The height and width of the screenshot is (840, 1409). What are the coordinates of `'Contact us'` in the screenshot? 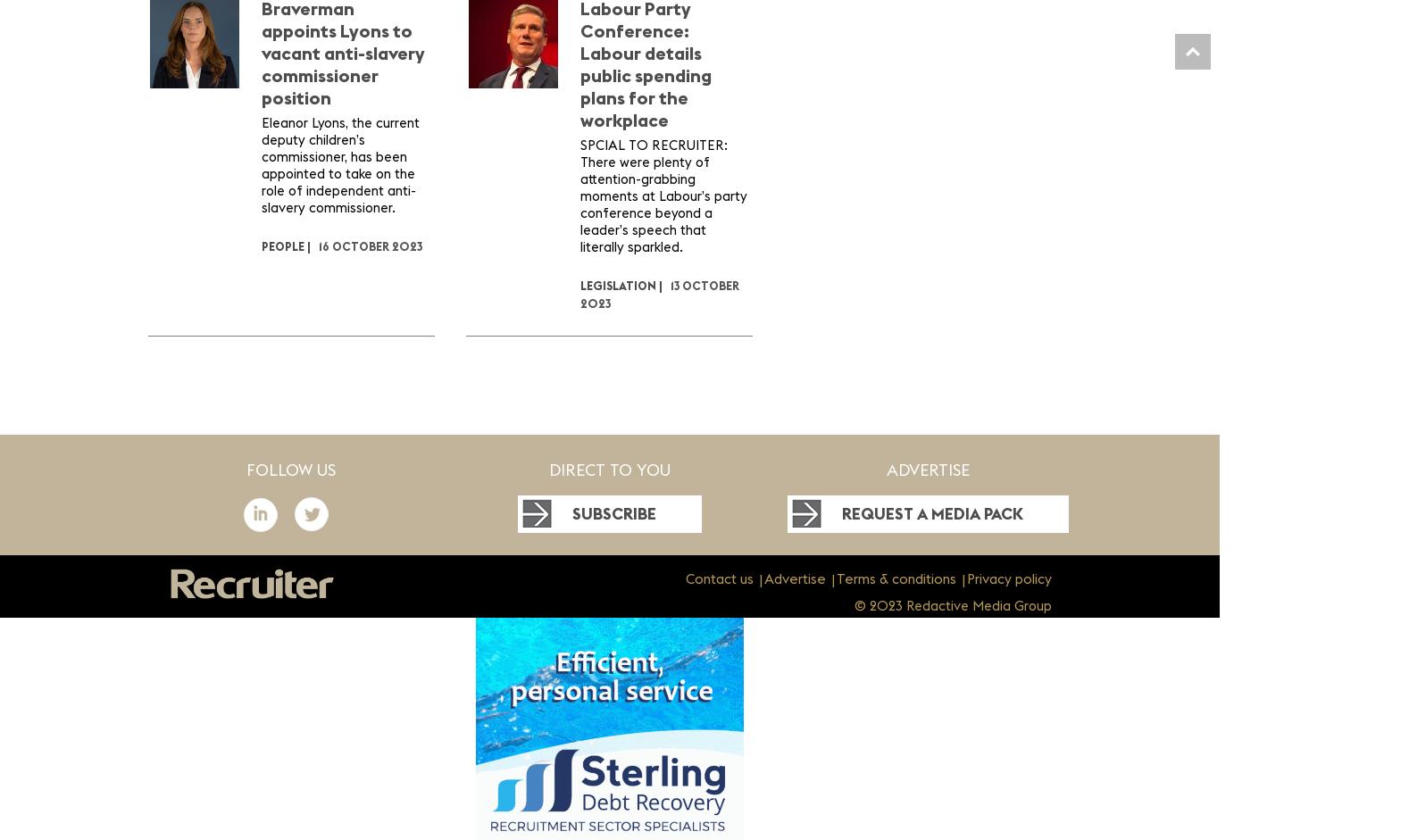 It's located at (717, 578).